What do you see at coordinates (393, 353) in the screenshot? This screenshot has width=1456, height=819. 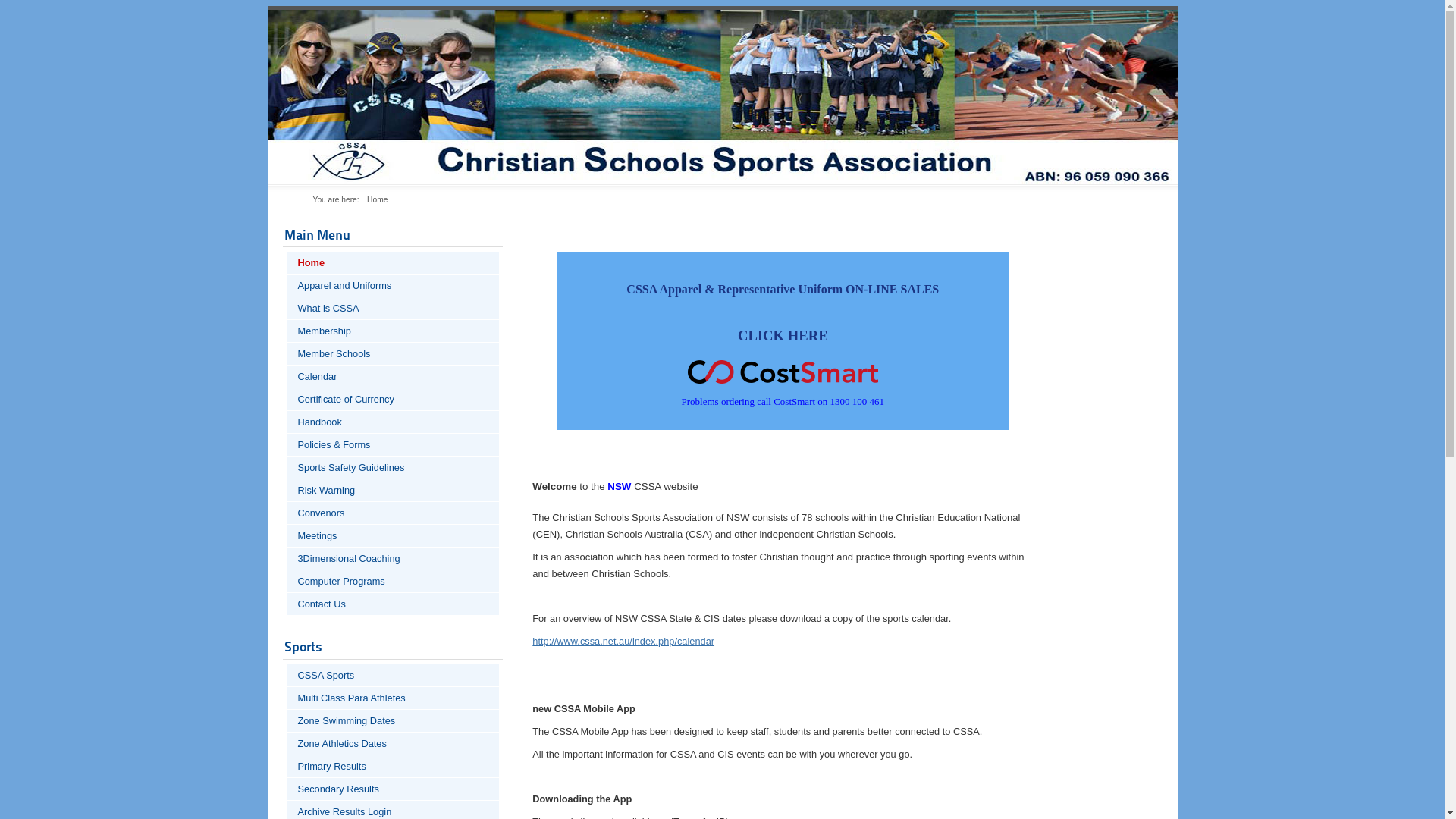 I see `'Member Schools'` at bounding box center [393, 353].